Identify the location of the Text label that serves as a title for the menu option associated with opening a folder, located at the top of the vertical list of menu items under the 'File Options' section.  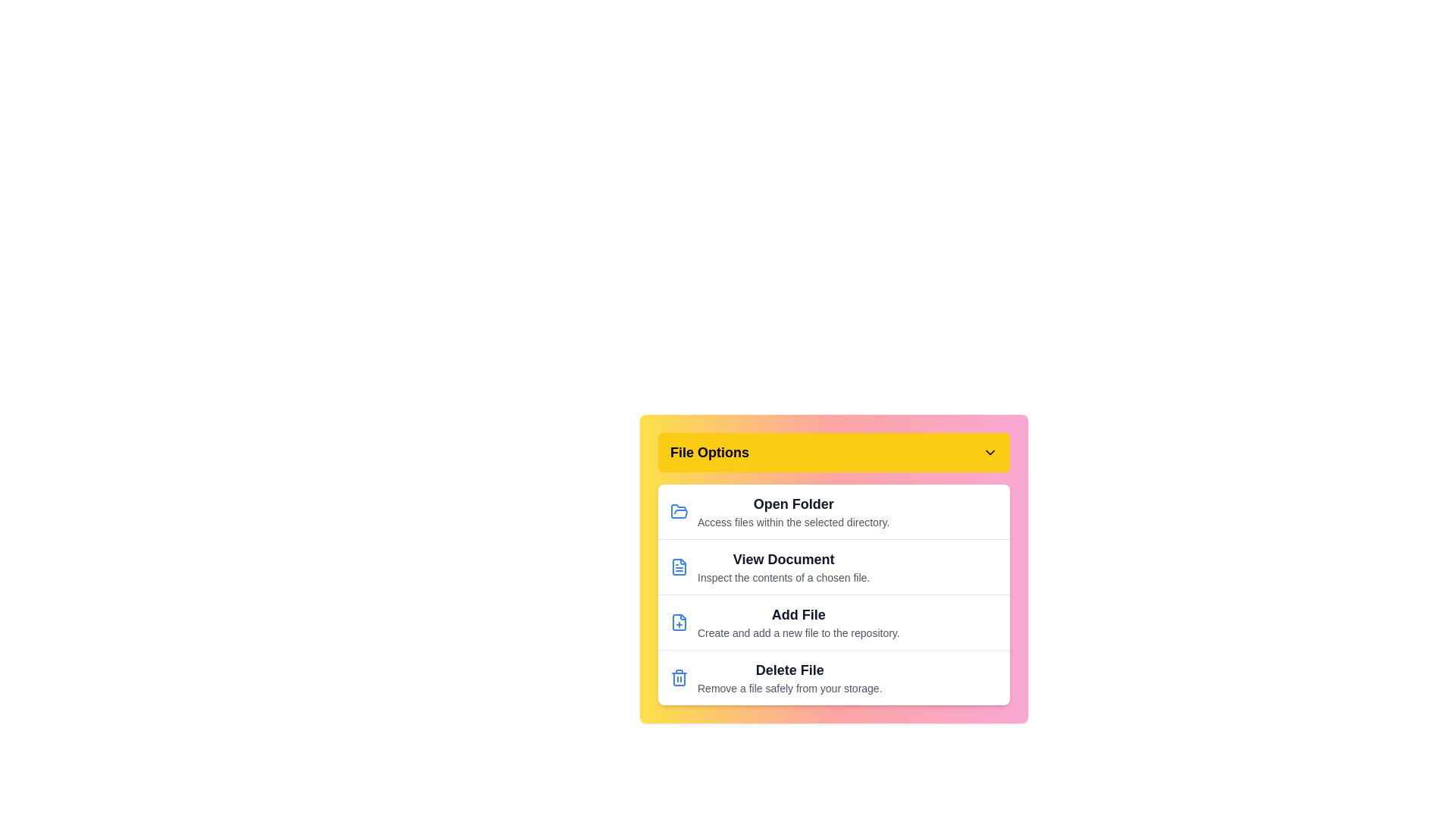
(792, 504).